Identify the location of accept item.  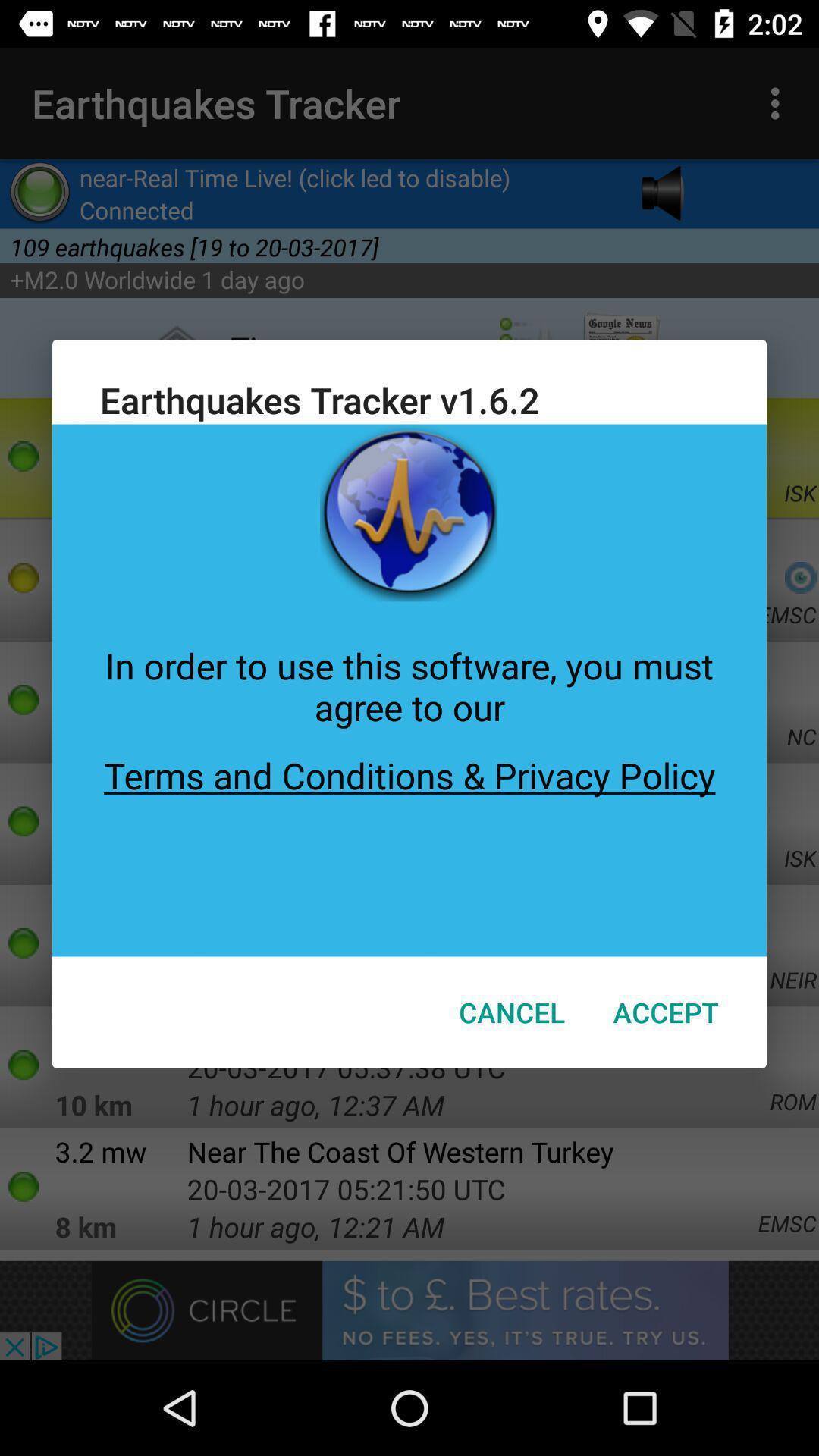
(665, 1012).